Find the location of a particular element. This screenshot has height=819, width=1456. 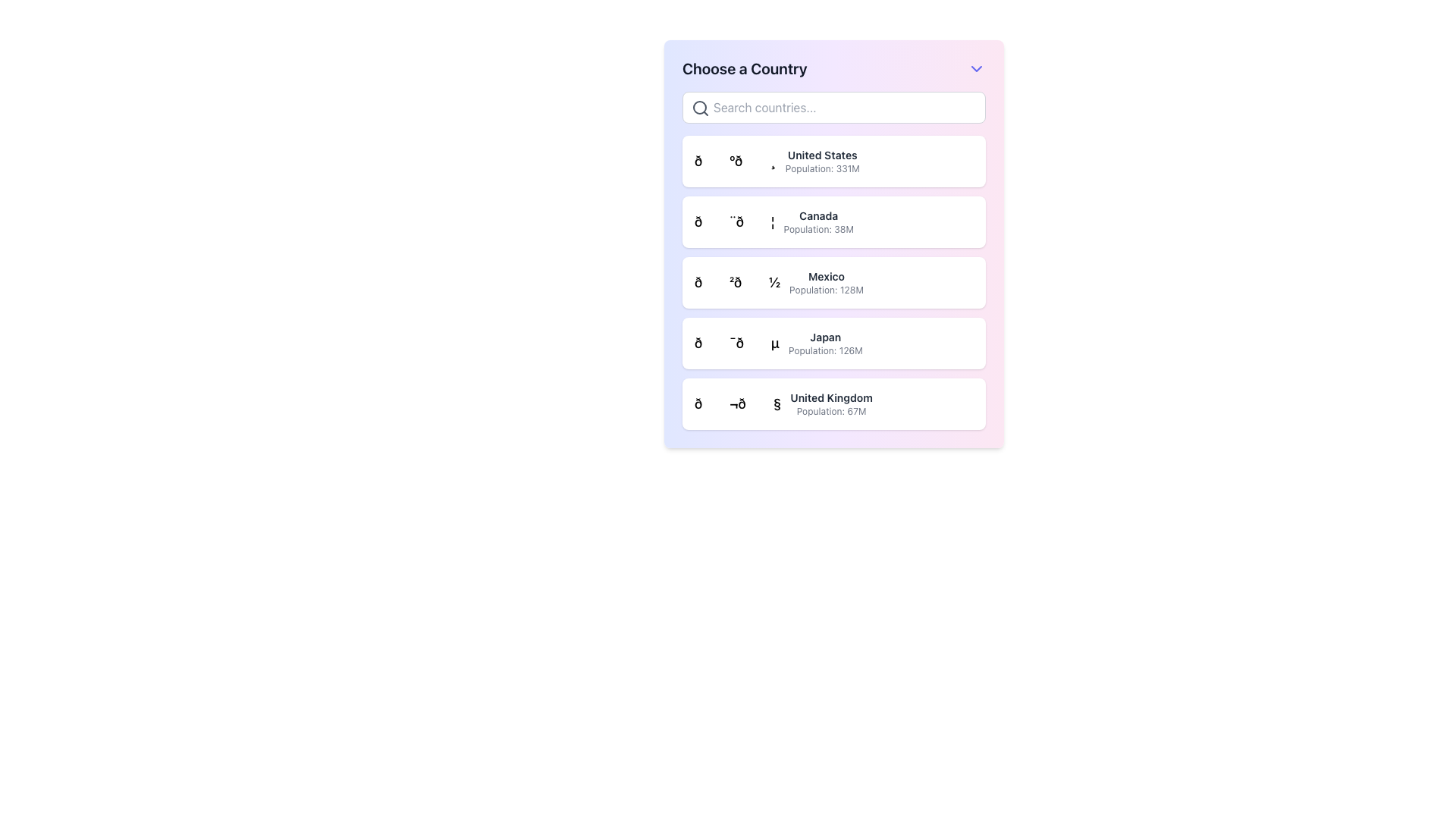

the textual label representing an emoji or symbolic text ('ð²ð½') located to the left of the 'Mexico' entry in the list is located at coordinates (737, 283).